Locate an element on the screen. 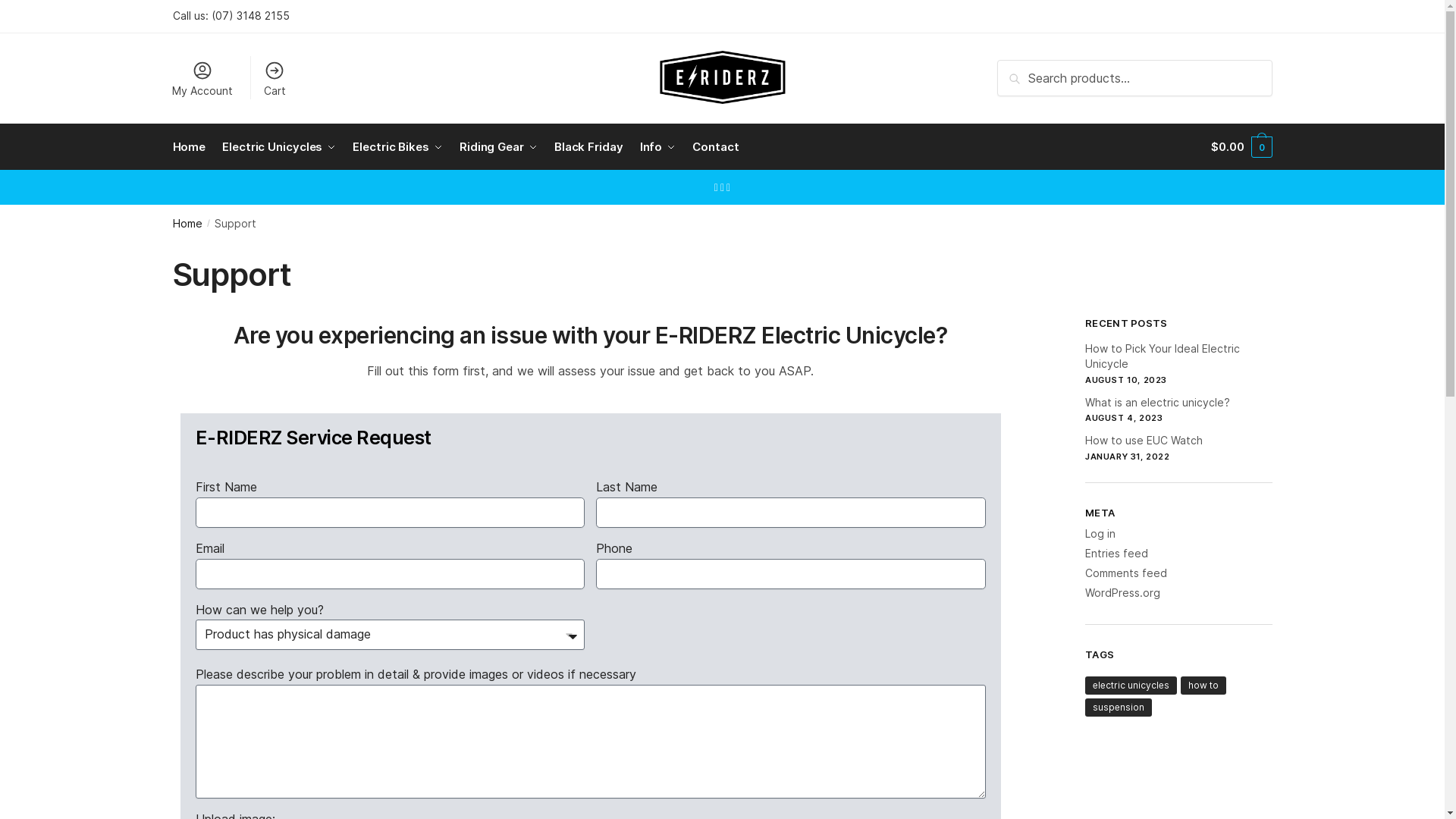 This screenshot has height=819, width=1456. 'Black Friday' is located at coordinates (548, 146).